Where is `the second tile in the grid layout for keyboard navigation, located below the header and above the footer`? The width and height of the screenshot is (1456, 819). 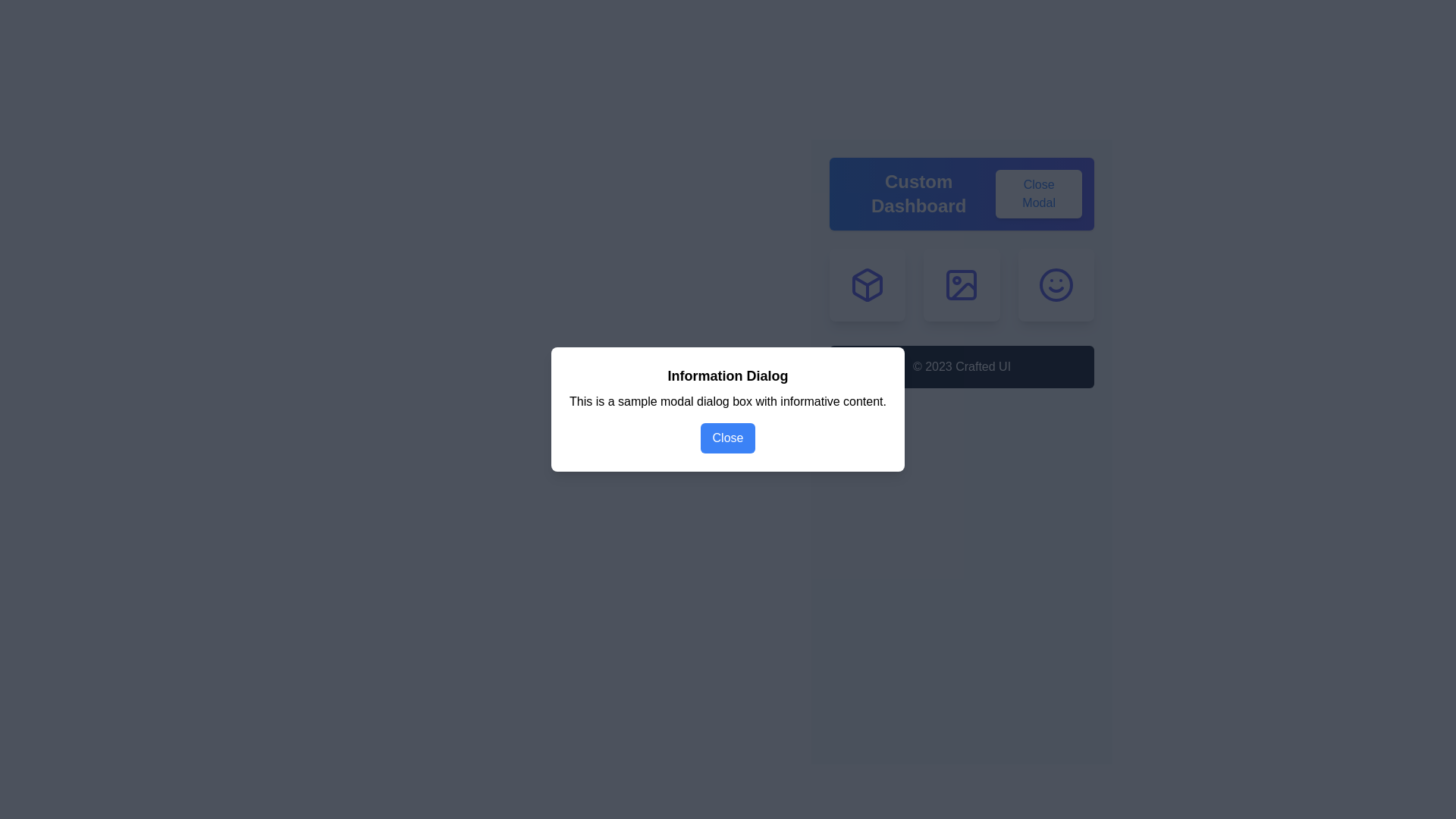 the second tile in the grid layout for keyboard navigation, located below the header and above the footer is located at coordinates (961, 284).